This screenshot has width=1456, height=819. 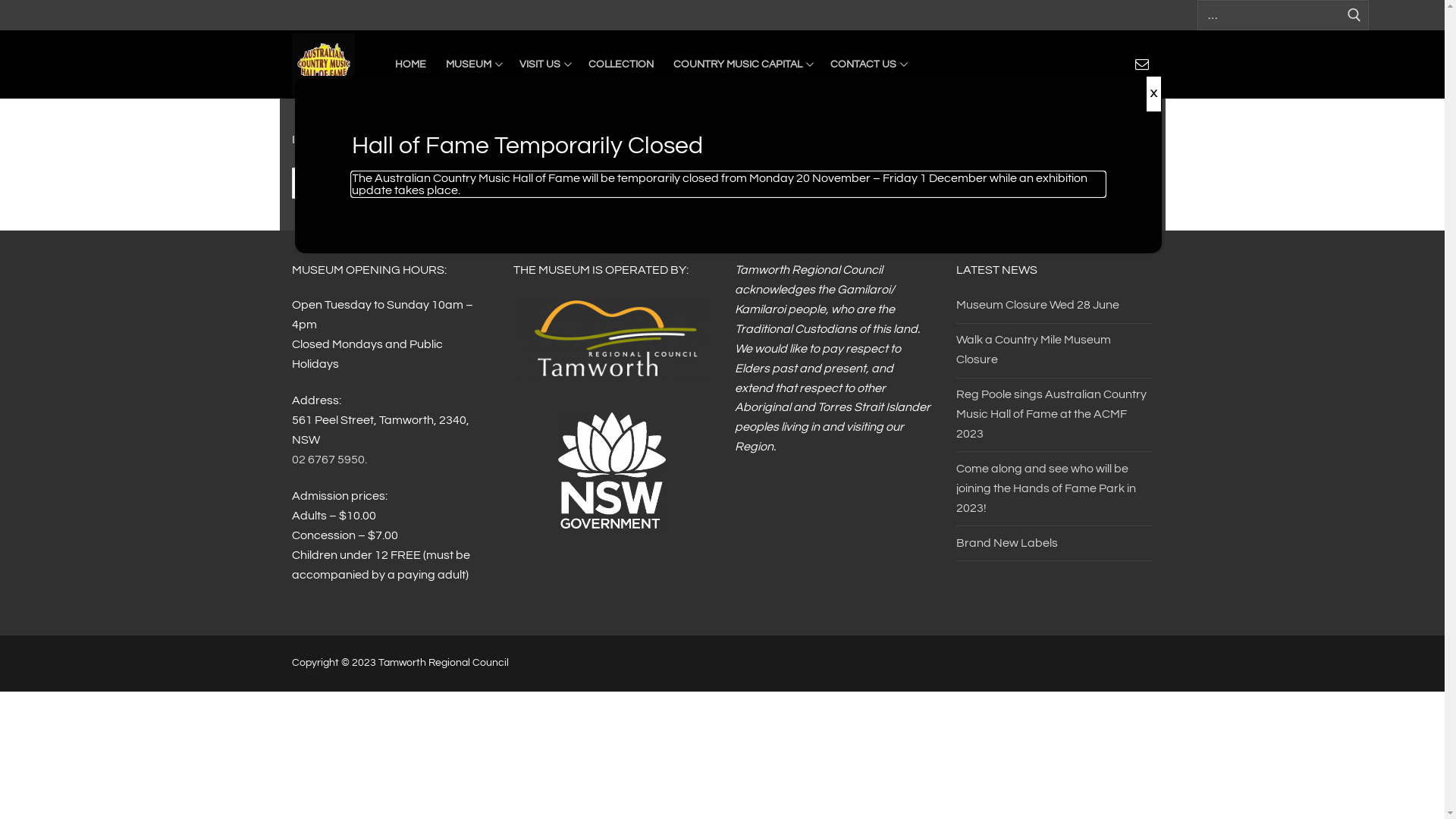 What do you see at coordinates (1142, 63) in the screenshot?
I see `'Mail'` at bounding box center [1142, 63].